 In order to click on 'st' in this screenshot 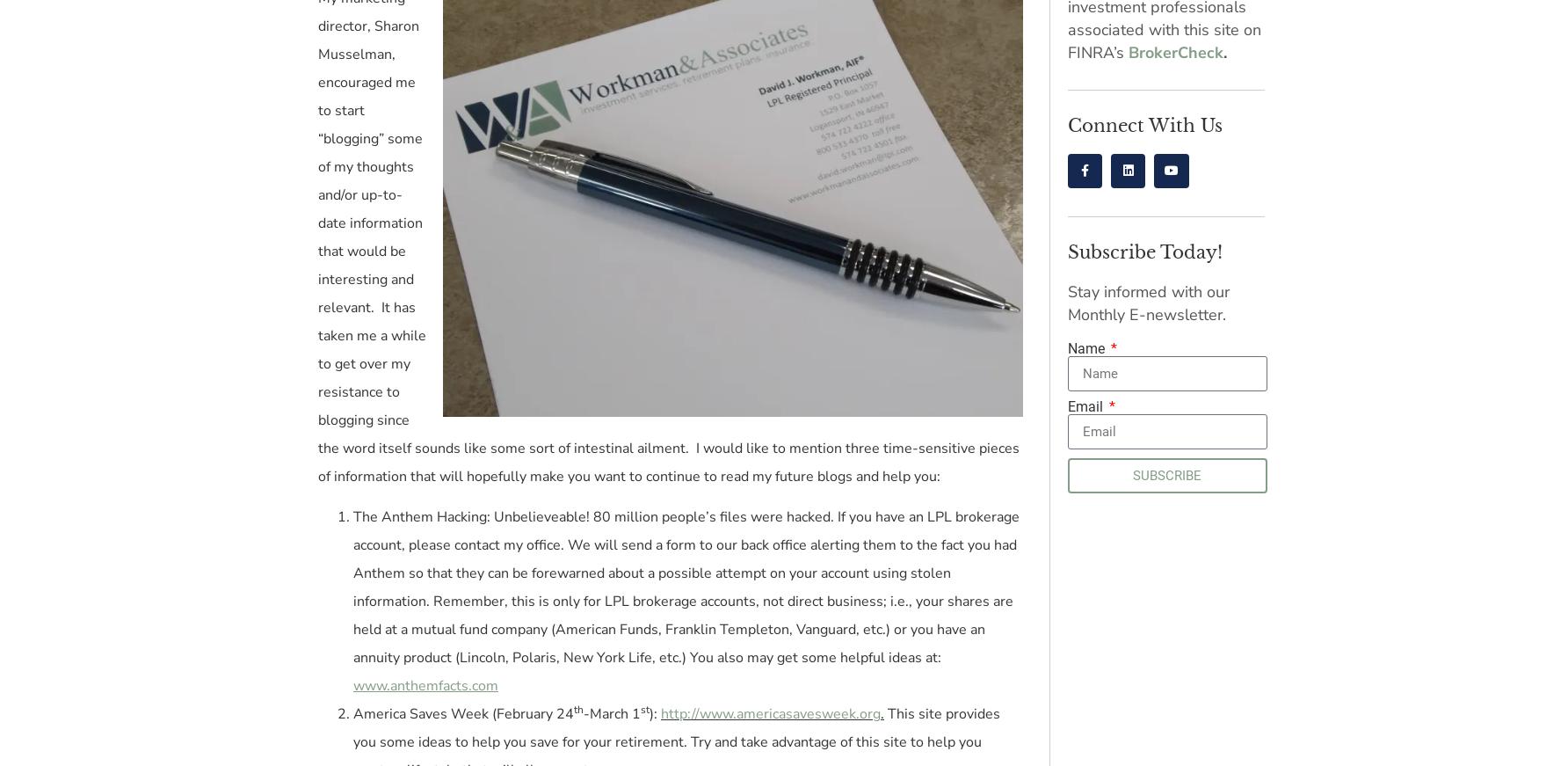, I will do `click(640, 709)`.